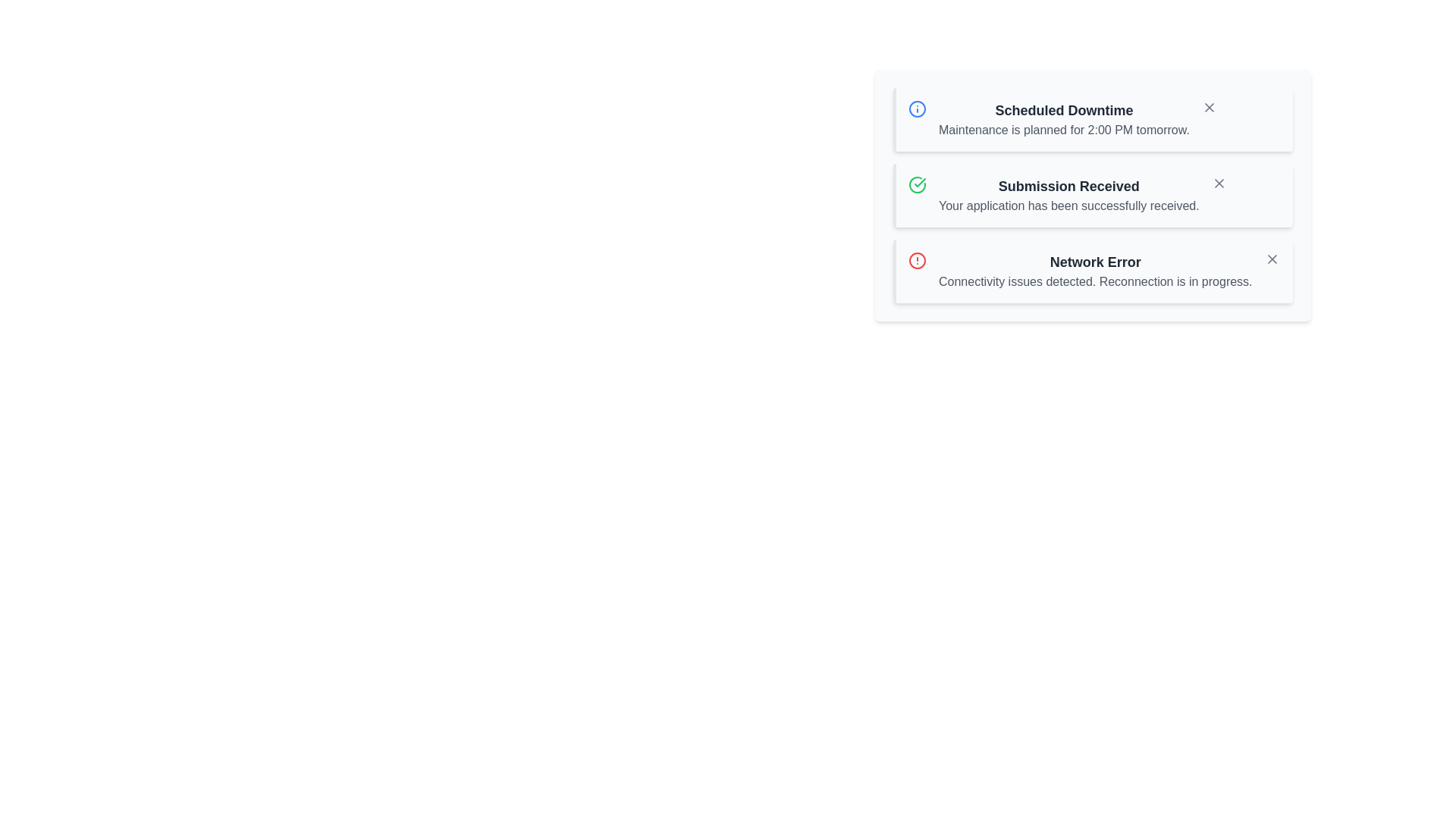 This screenshot has height=819, width=1456. I want to click on the 'X' icon in the notification titled 'Submission Received', located at the top-right corner of the notification card, so click(1219, 183).